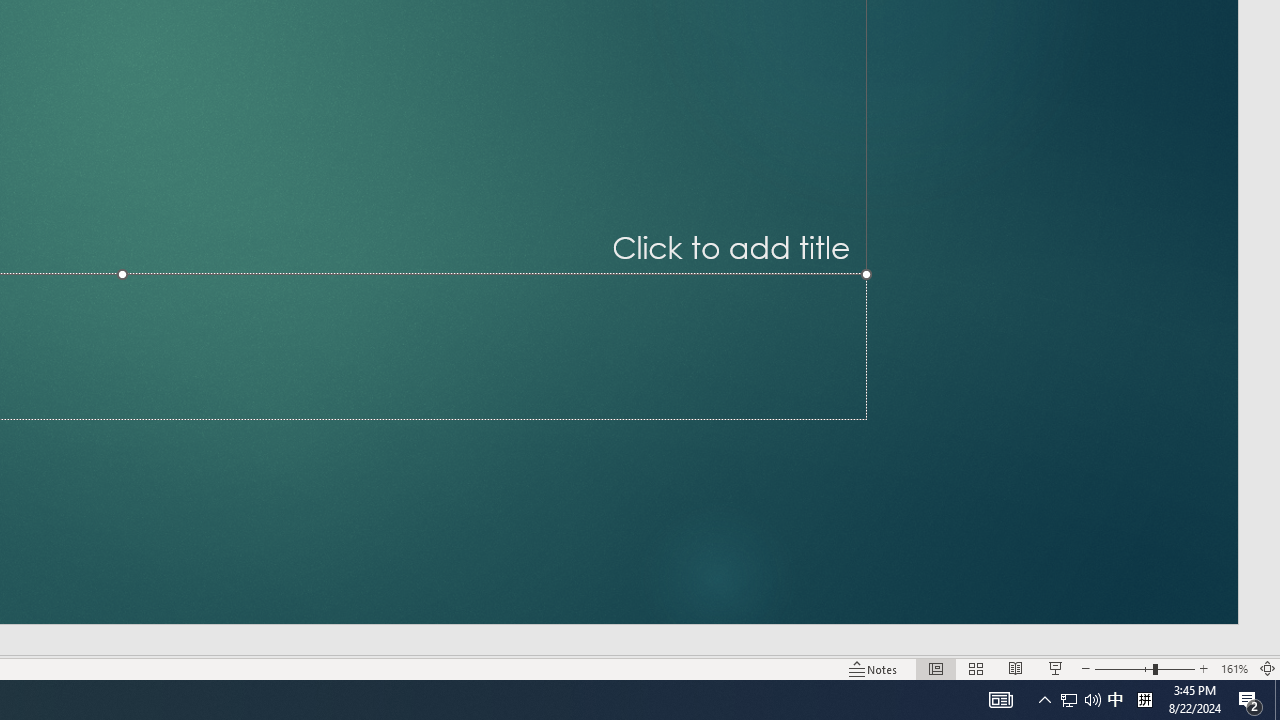 This screenshot has height=720, width=1280. I want to click on 'Zoom Out', so click(1123, 669).